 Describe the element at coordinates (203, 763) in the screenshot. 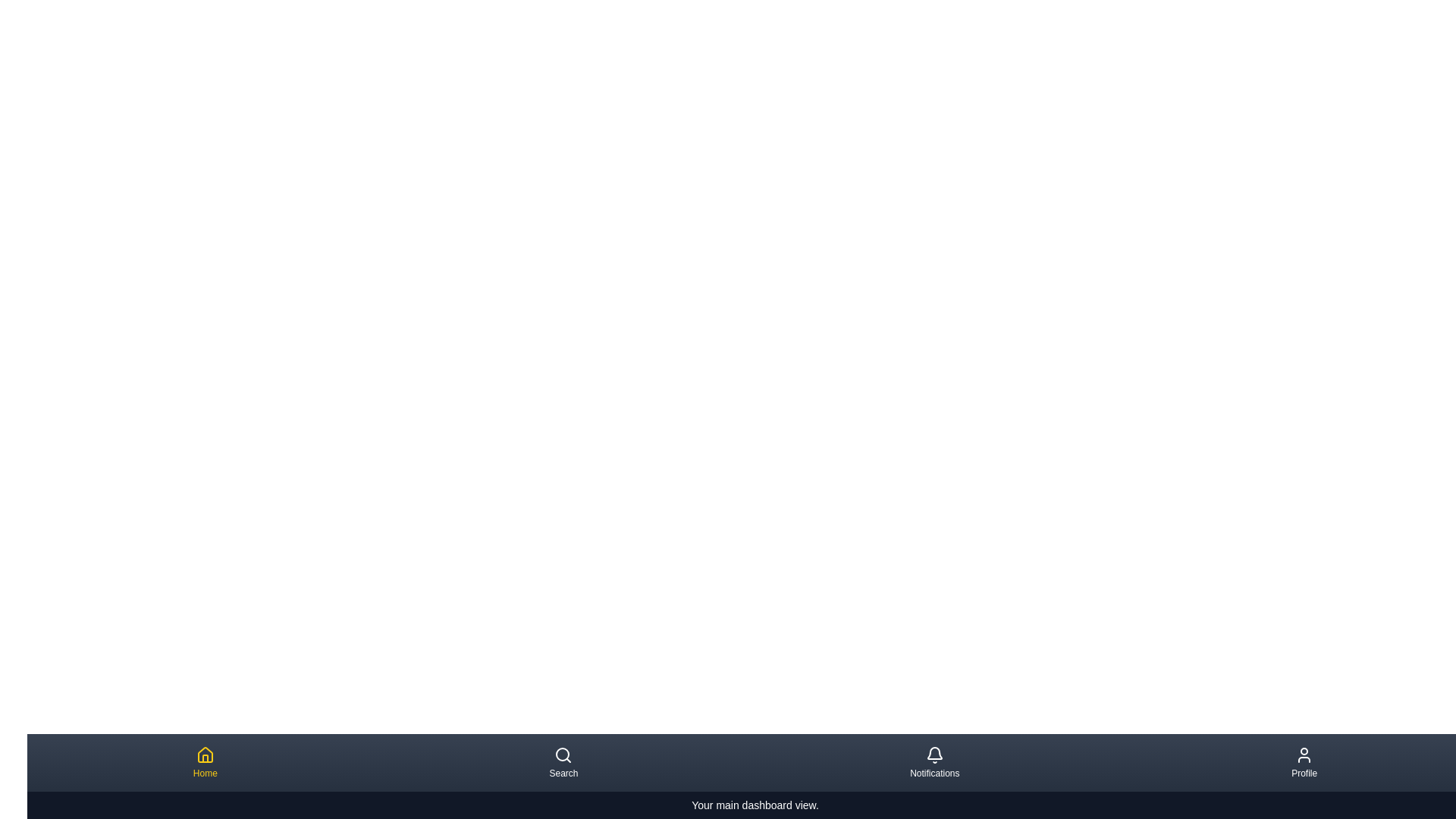

I see `the navigation item corresponding to Home to preview its description` at that location.